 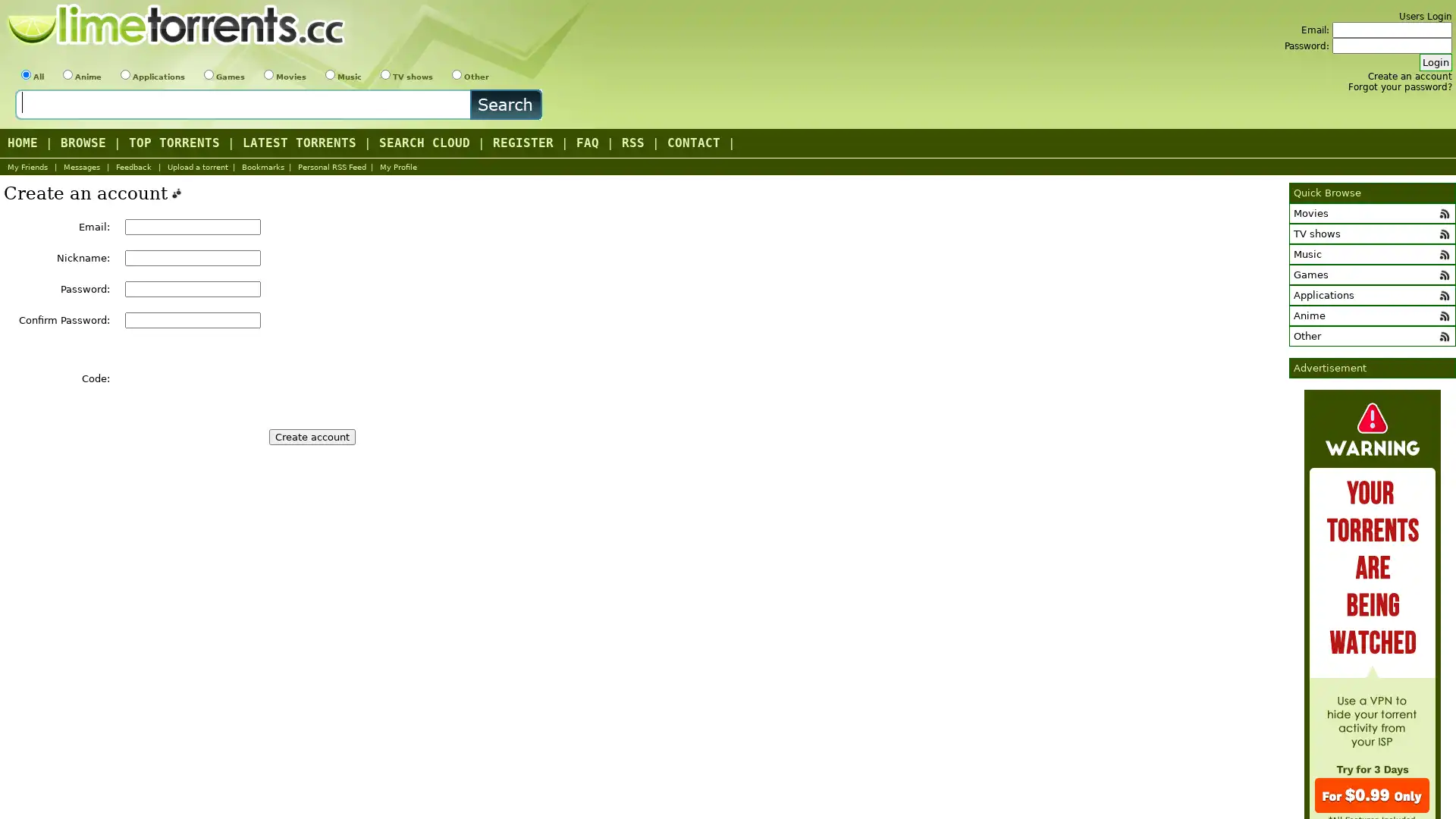 What do you see at coordinates (1435, 61) in the screenshot?
I see `Login` at bounding box center [1435, 61].